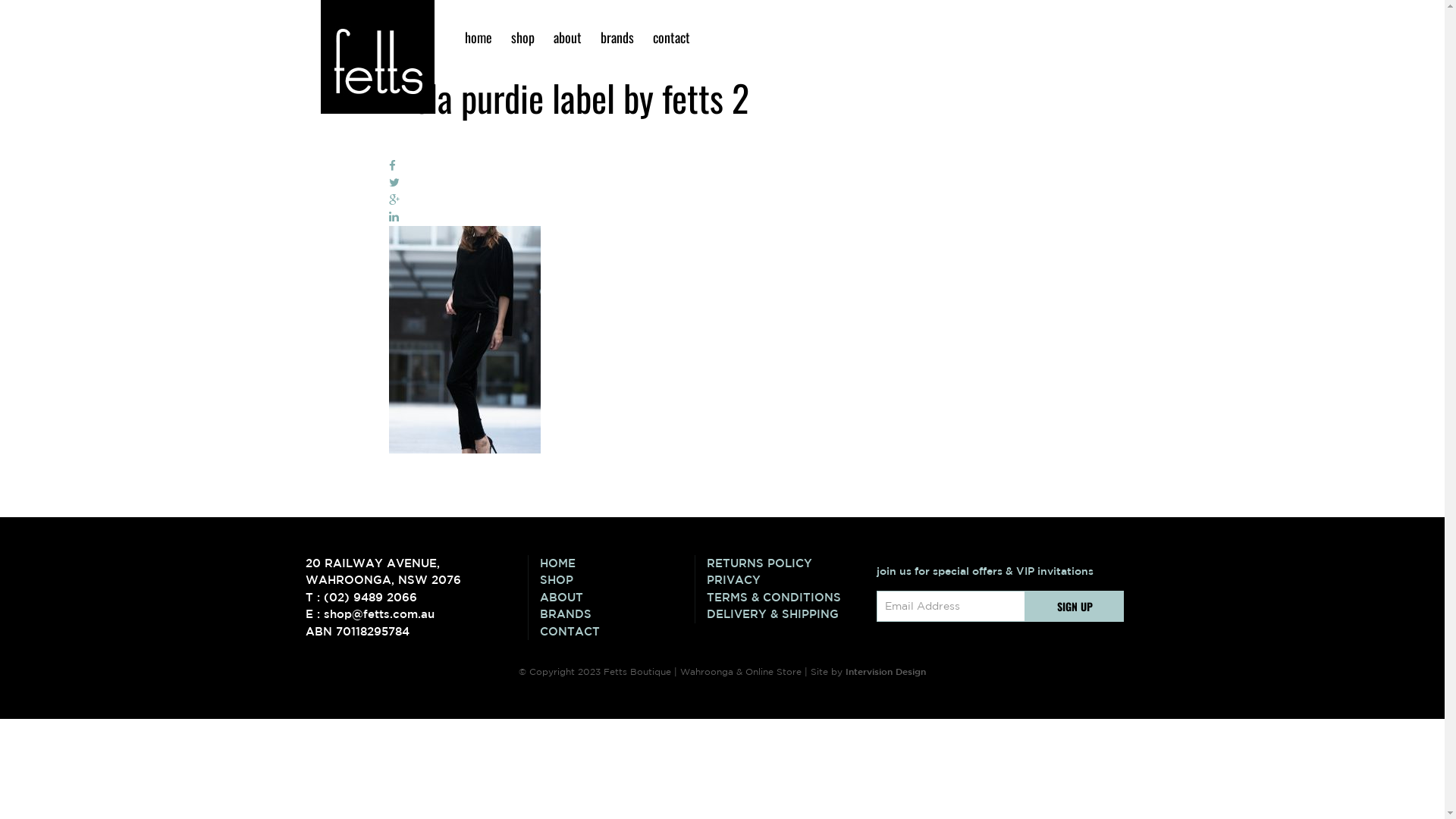  I want to click on 'ABOUT', so click(617, 597).